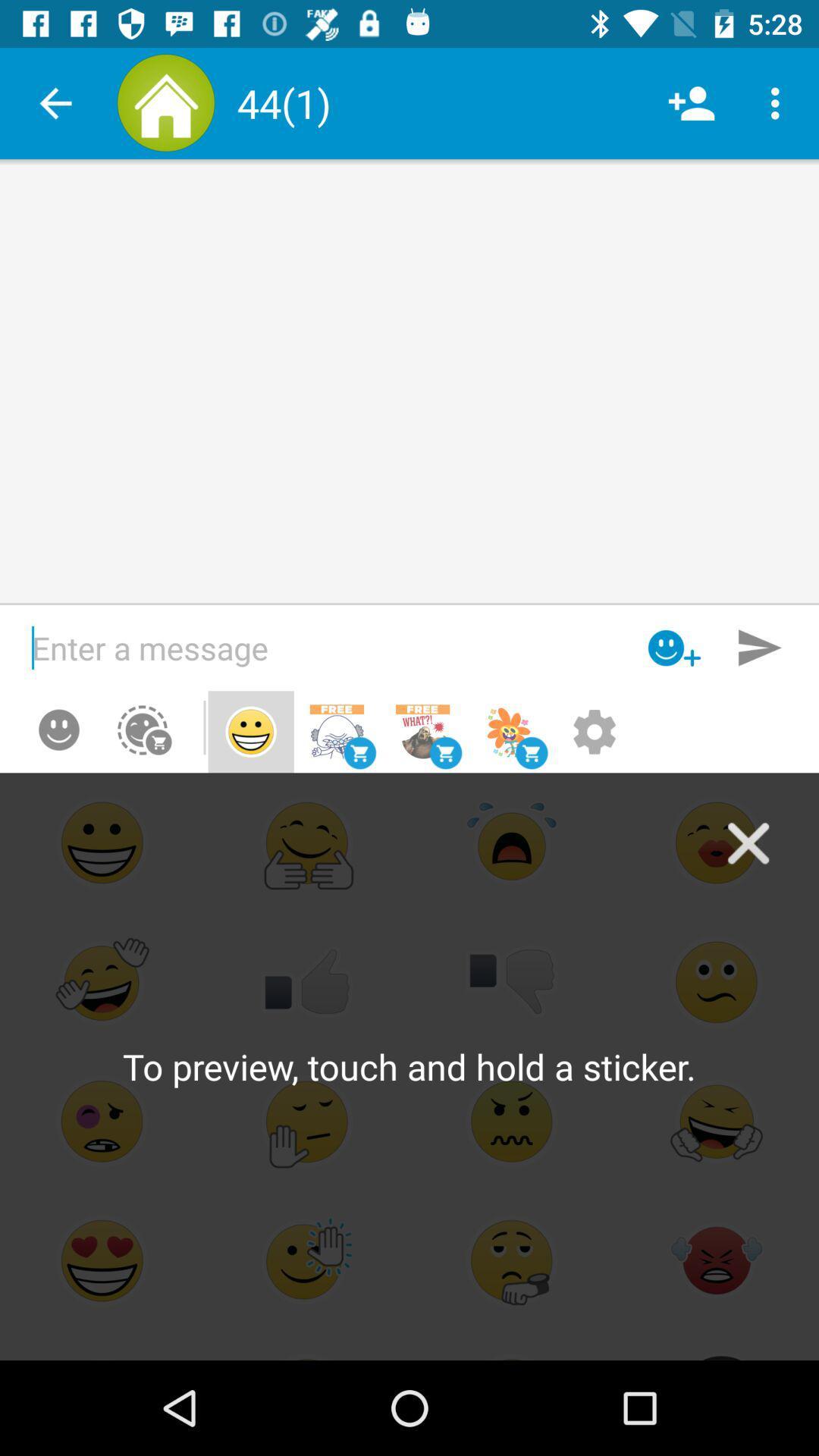  Describe the element at coordinates (691, 102) in the screenshot. I see `item next to the (1) icon` at that location.